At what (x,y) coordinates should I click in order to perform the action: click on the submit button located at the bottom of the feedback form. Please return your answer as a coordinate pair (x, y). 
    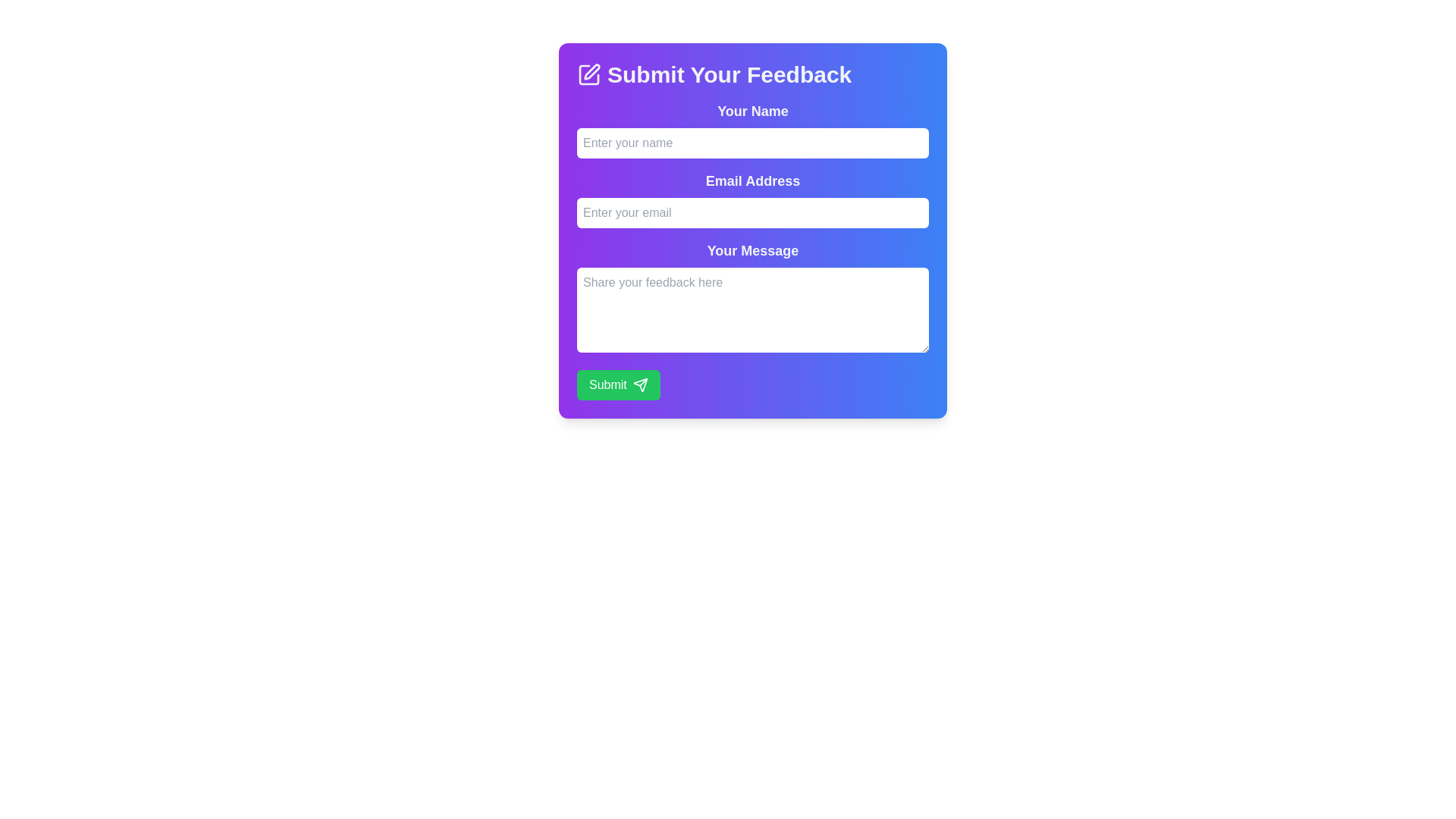
    Looking at the image, I should click on (618, 384).